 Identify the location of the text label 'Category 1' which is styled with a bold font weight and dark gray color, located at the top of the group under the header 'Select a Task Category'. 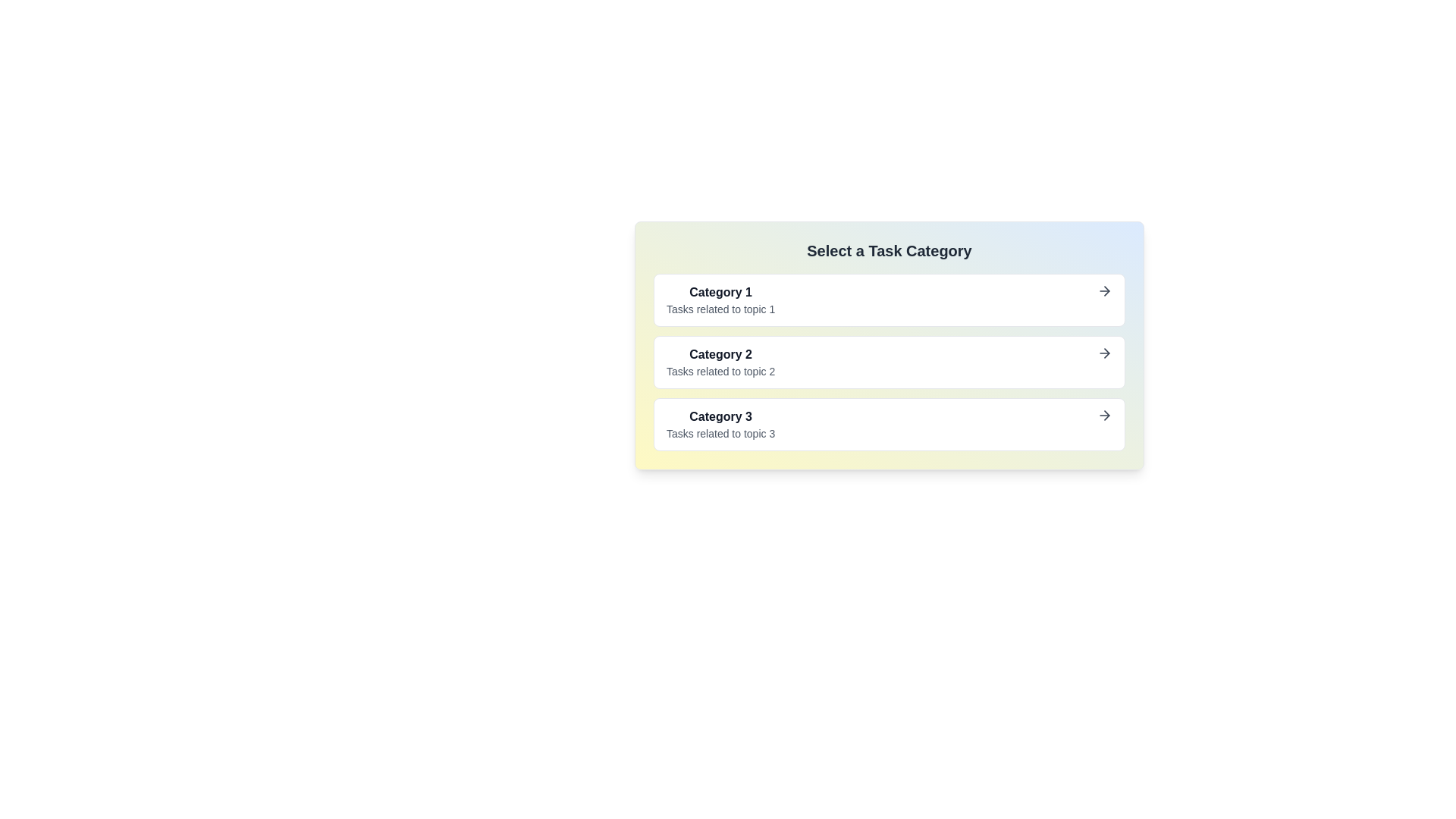
(720, 292).